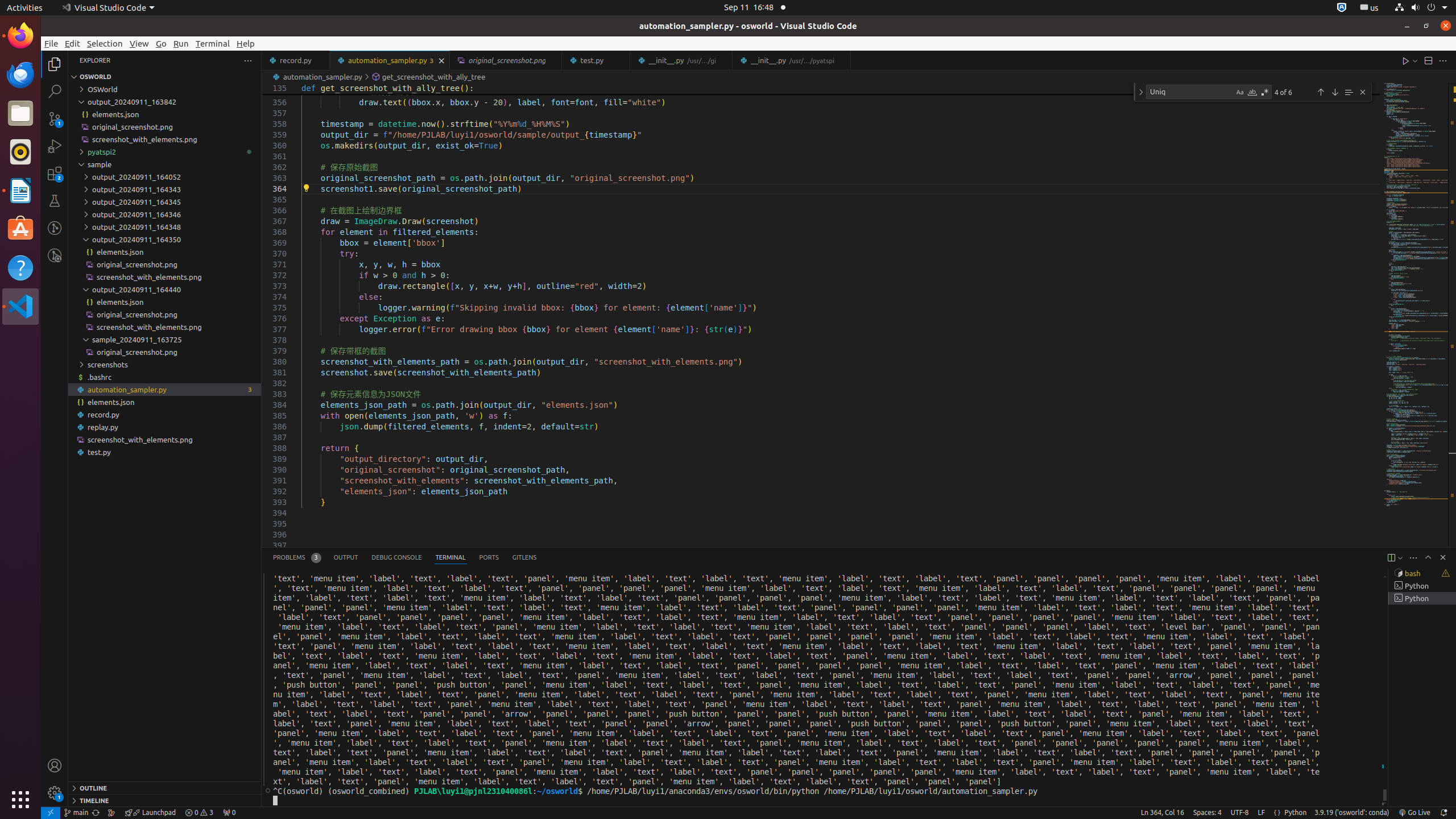 The height and width of the screenshot is (819, 1456). What do you see at coordinates (1335, 91) in the screenshot?
I see `'Next Match (Enter)'` at bounding box center [1335, 91].